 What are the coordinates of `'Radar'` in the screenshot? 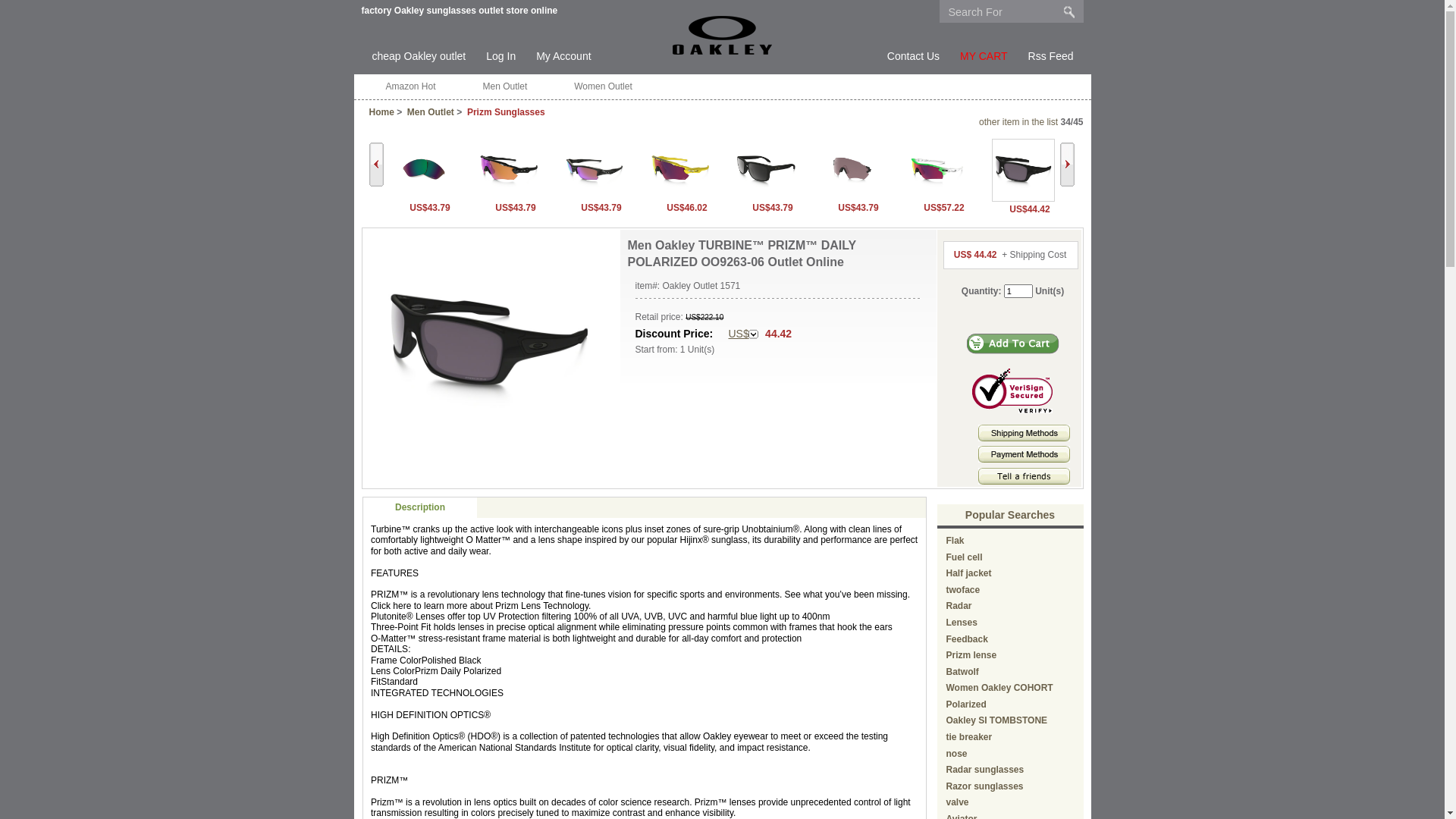 It's located at (959, 604).